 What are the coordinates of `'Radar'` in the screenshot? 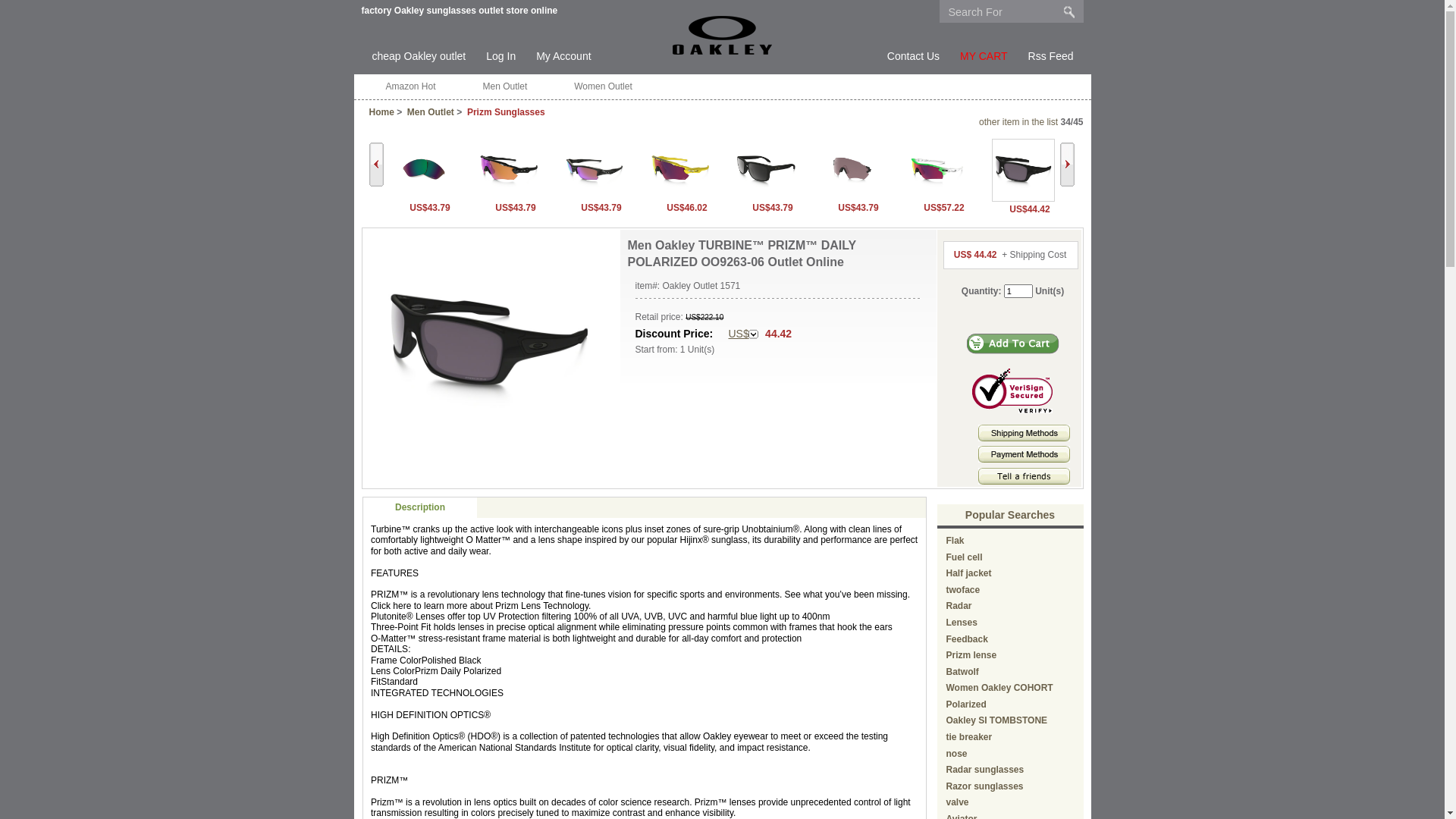 It's located at (959, 604).